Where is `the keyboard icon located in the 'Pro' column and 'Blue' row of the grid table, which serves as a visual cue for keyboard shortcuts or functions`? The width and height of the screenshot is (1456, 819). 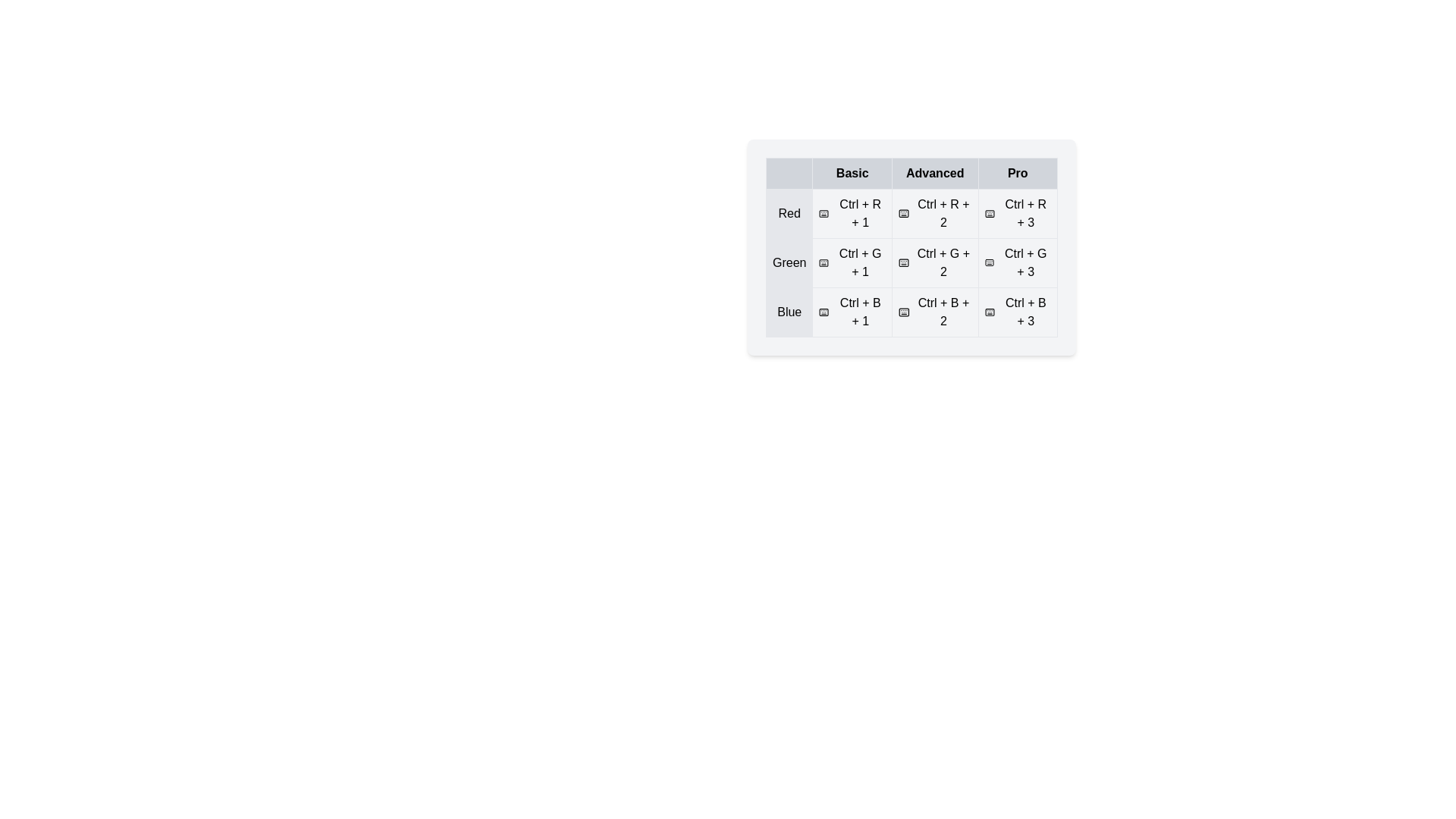
the keyboard icon located in the 'Pro' column and 'Blue' row of the grid table, which serves as a visual cue for keyboard shortcuts or functions is located at coordinates (990, 312).